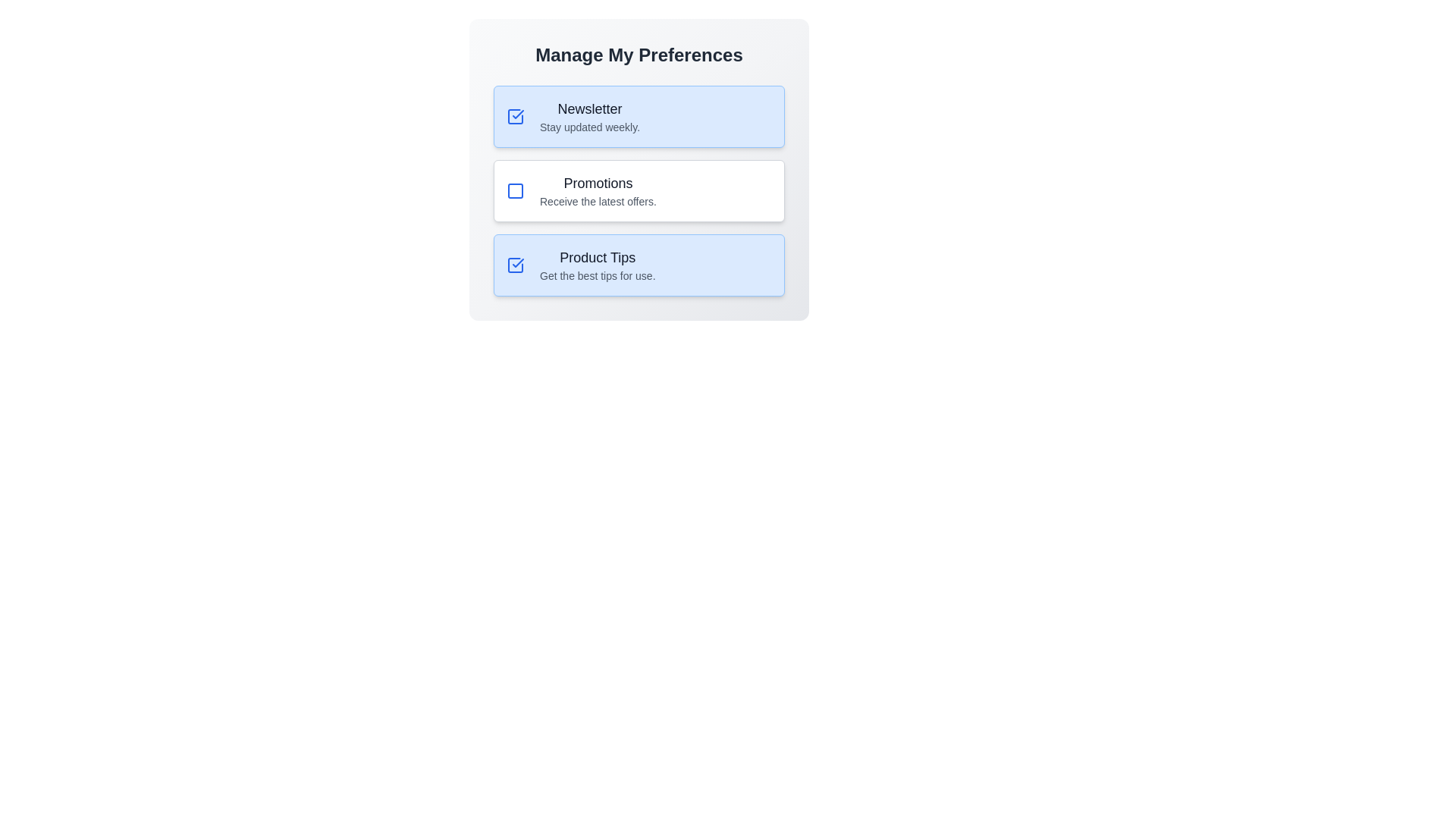 This screenshot has height=819, width=1456. What do you see at coordinates (516, 116) in the screenshot?
I see `the blue square checkbox icon with a checkmark next to the 'Newsletter' label` at bounding box center [516, 116].